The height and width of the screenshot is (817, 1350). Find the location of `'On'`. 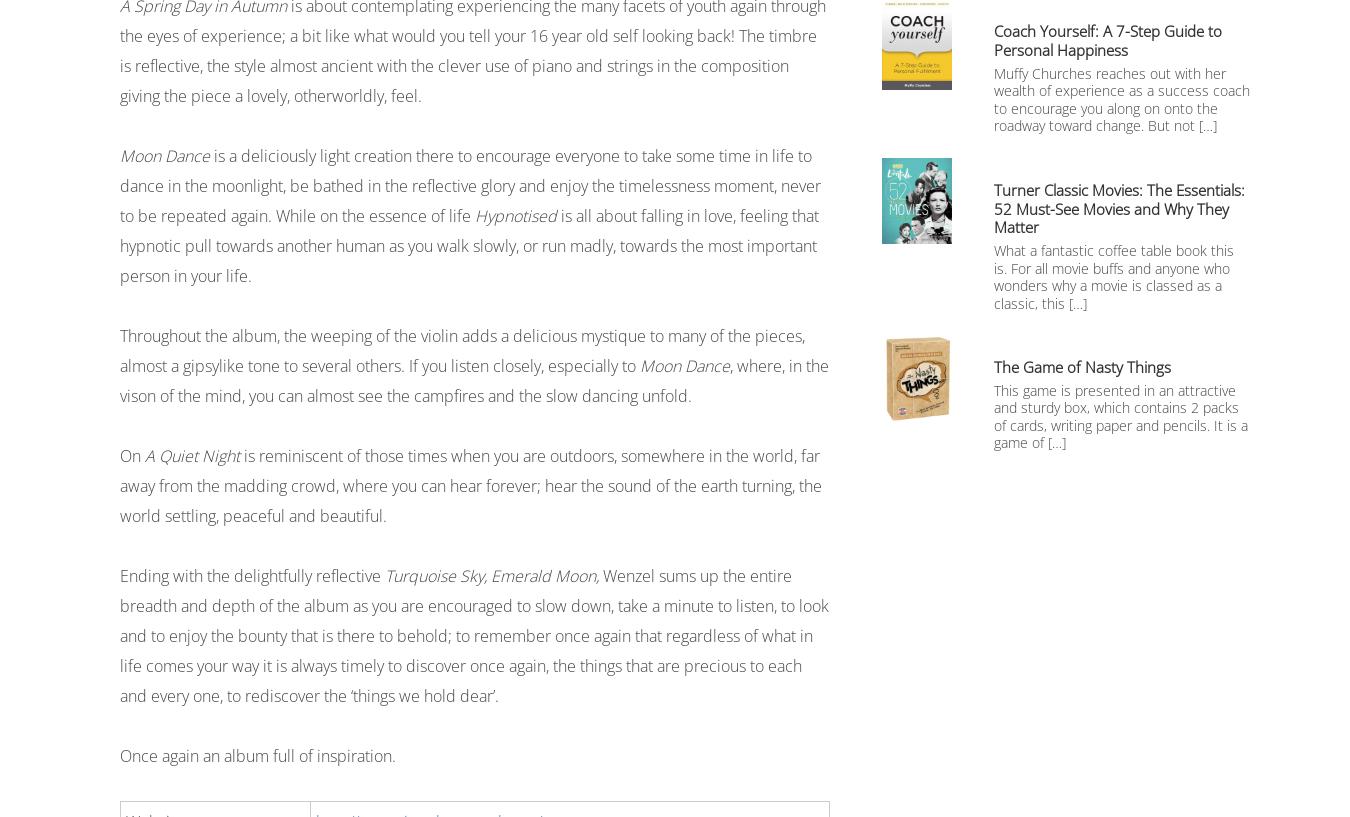

'On' is located at coordinates (132, 455).